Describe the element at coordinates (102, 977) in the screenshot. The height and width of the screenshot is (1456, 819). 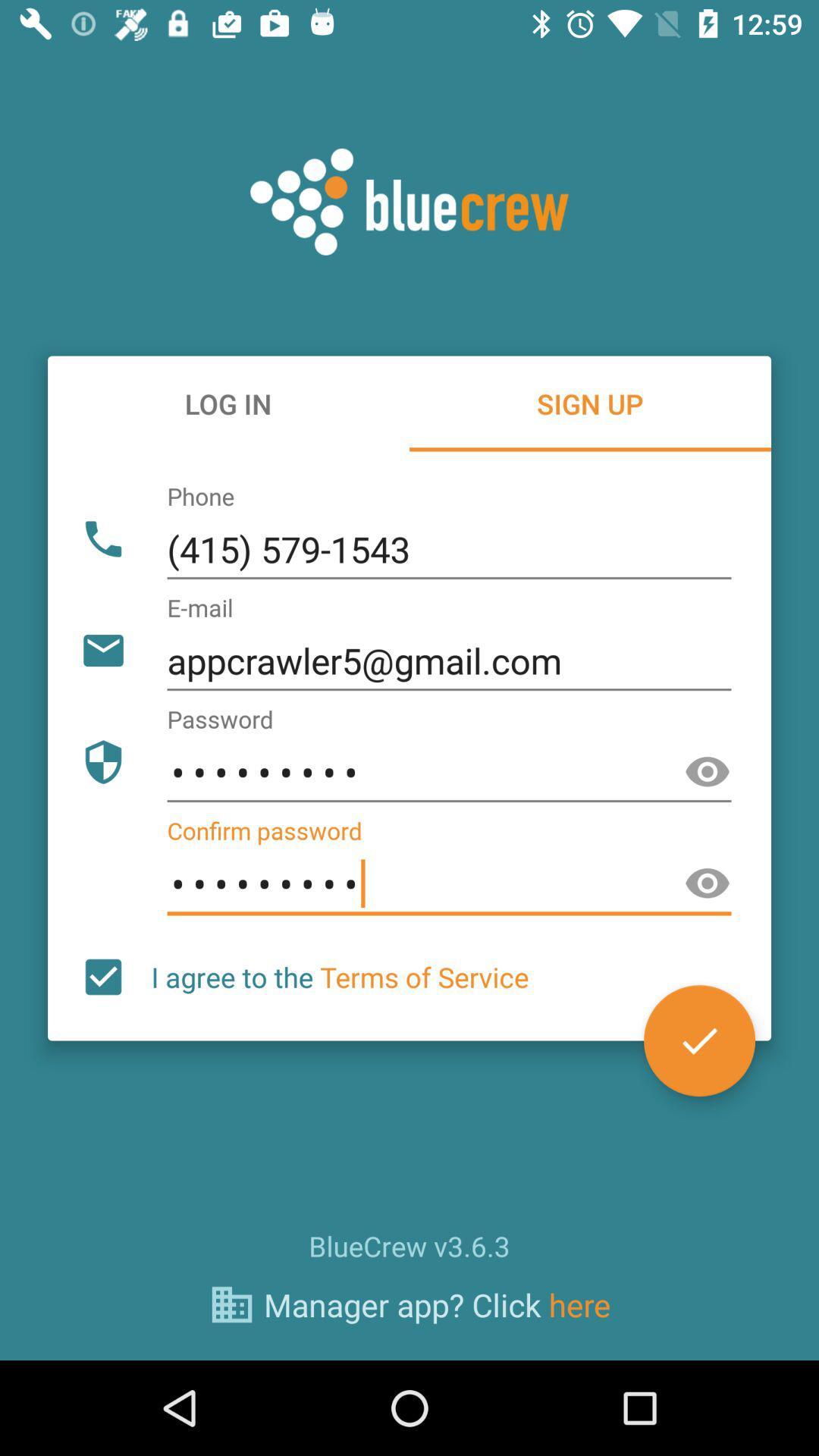
I see `item next to i agree to item` at that location.